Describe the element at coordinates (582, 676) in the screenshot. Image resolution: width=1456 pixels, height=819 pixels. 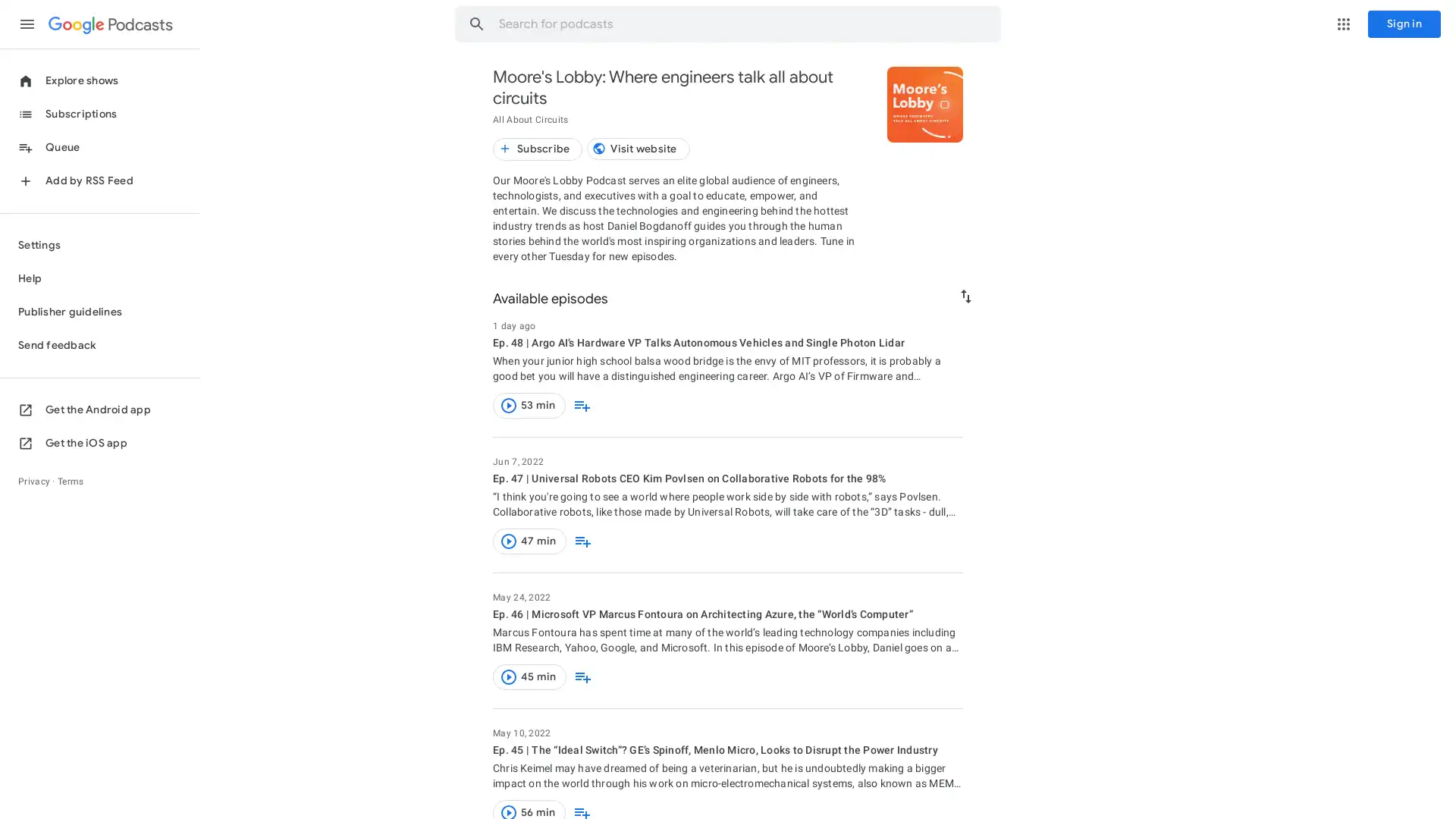
I see `Add to queue` at that location.